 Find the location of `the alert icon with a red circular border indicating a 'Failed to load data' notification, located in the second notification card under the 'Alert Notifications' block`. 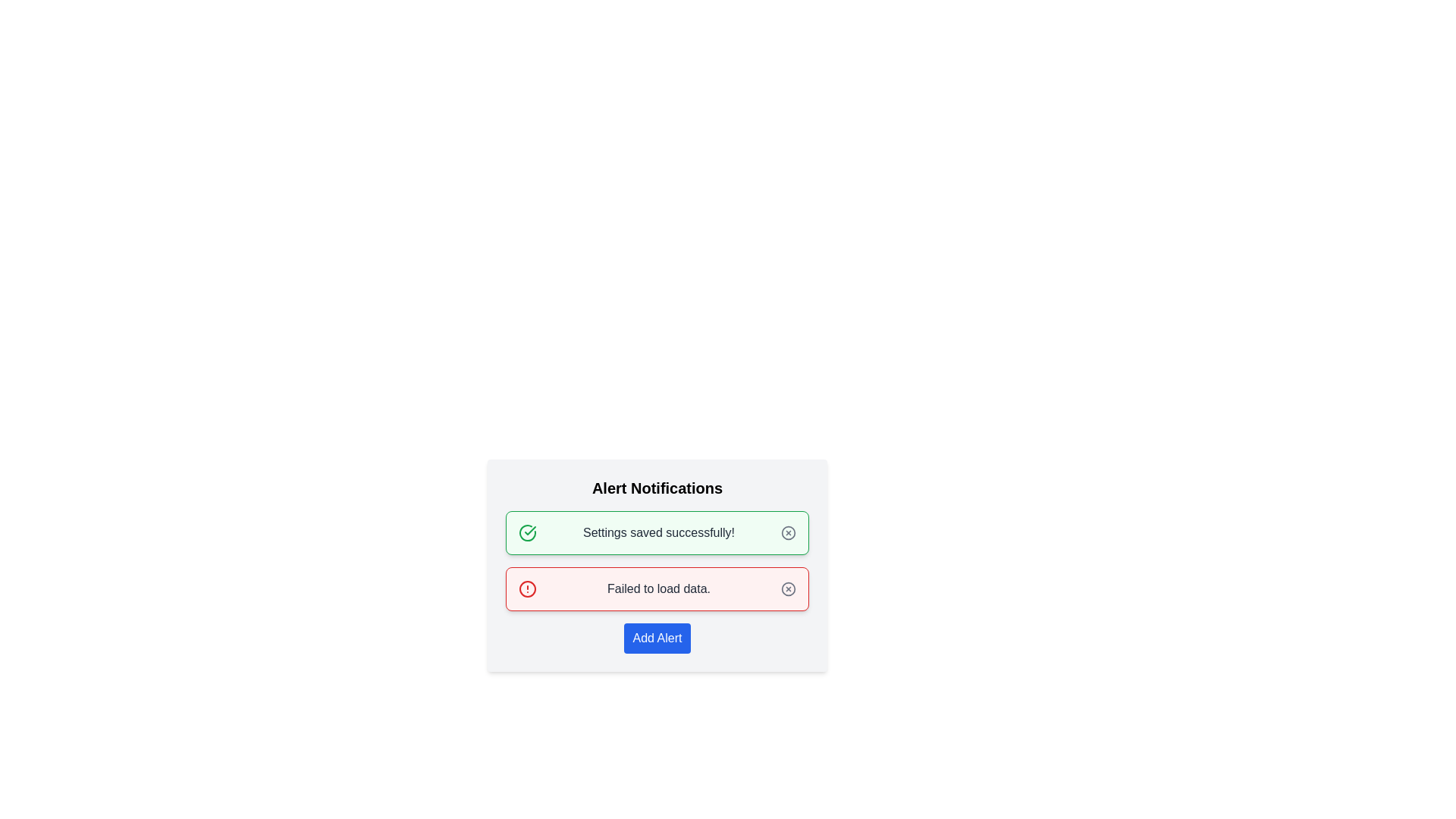

the alert icon with a red circular border indicating a 'Failed to load data' notification, located in the second notification card under the 'Alert Notifications' block is located at coordinates (528, 588).